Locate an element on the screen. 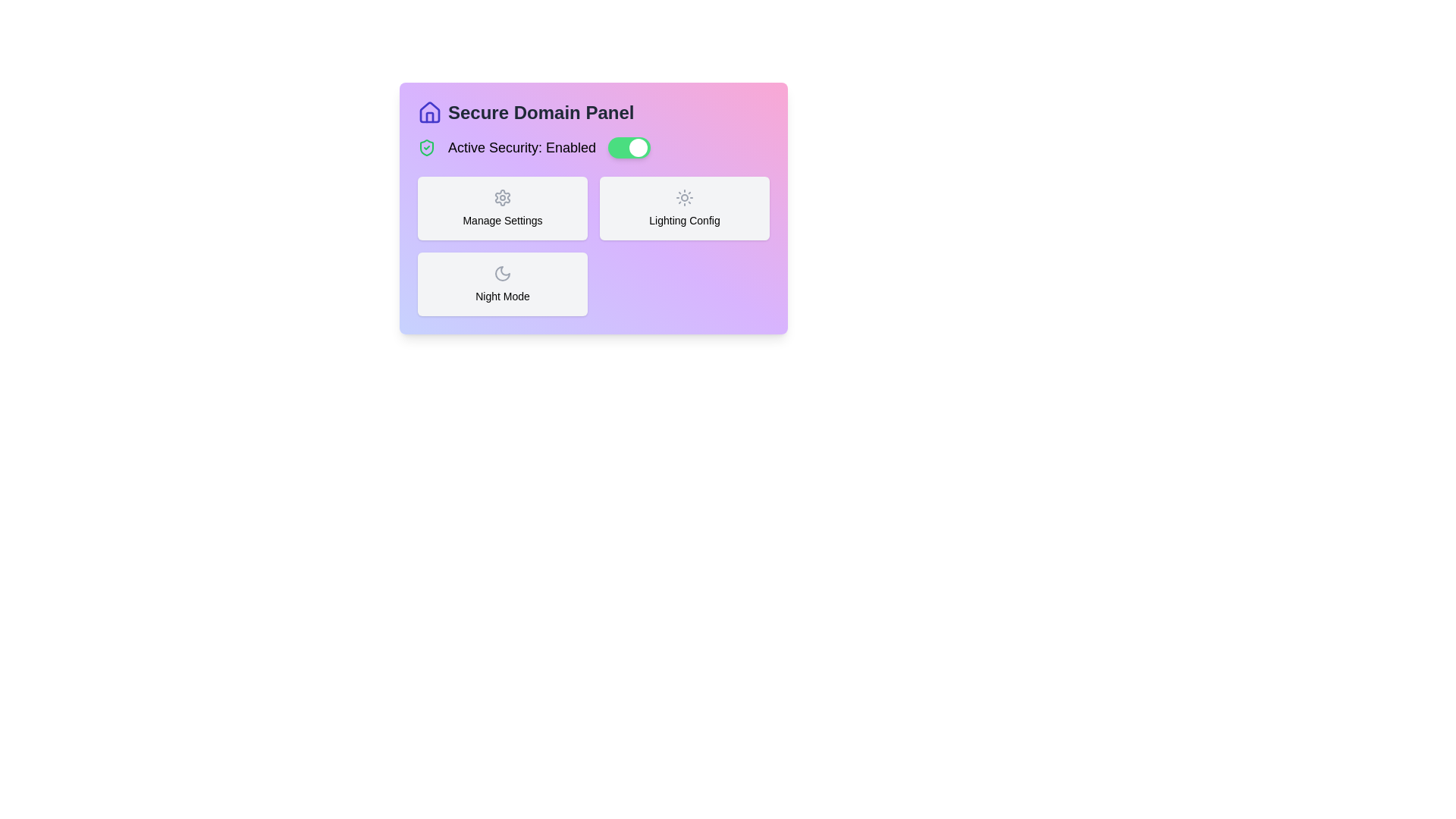 The width and height of the screenshot is (1456, 819). the 'Enabled' text label, which indicates the current state of the security and is located to the right of the 'Active Security:' label and to the left of the toggle switch in the 'Active Security' section is located at coordinates (570, 148).